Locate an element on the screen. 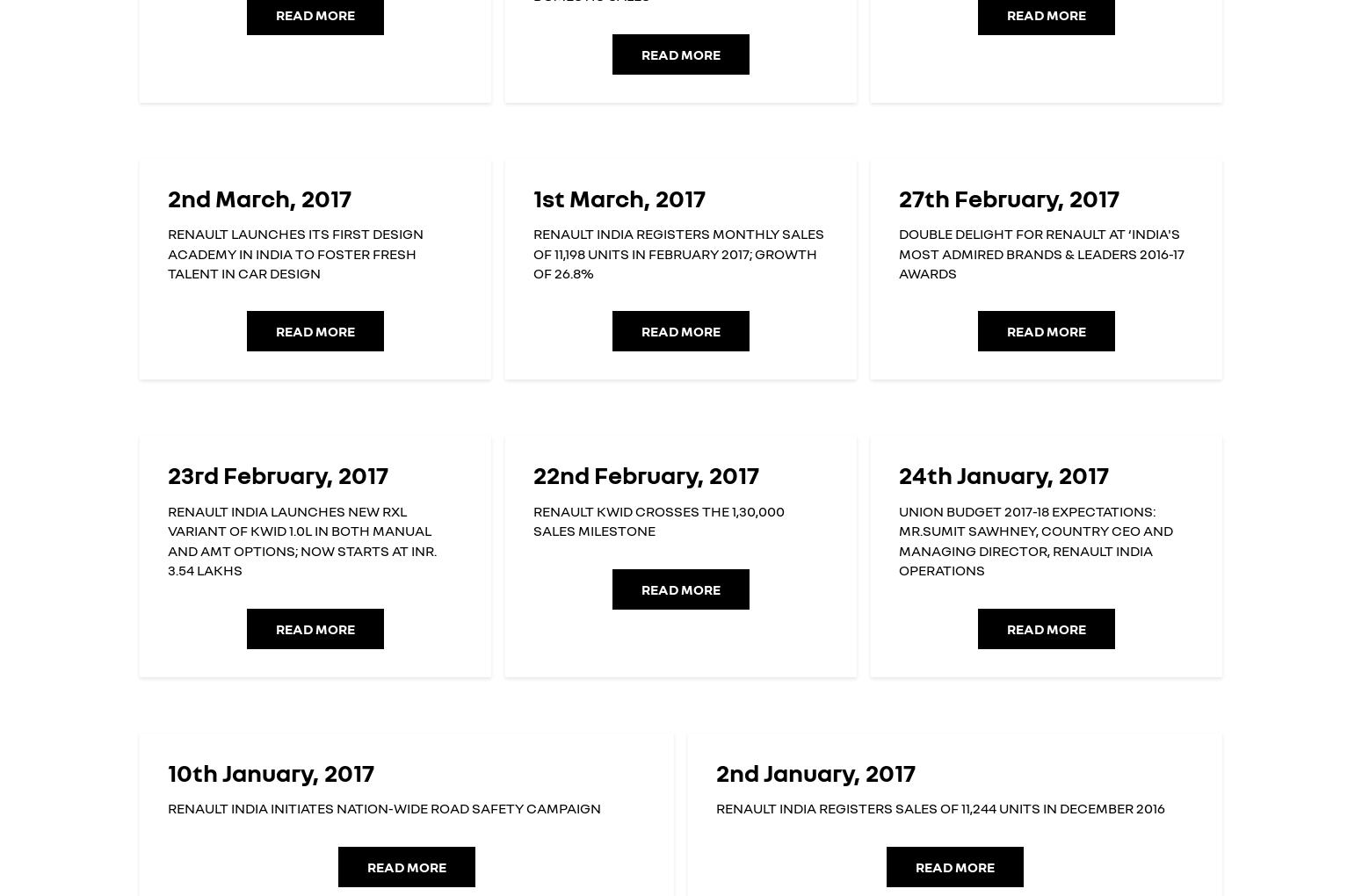 Image resolution: width=1362 pixels, height=896 pixels. '27th February, 2017' is located at coordinates (1008, 197).